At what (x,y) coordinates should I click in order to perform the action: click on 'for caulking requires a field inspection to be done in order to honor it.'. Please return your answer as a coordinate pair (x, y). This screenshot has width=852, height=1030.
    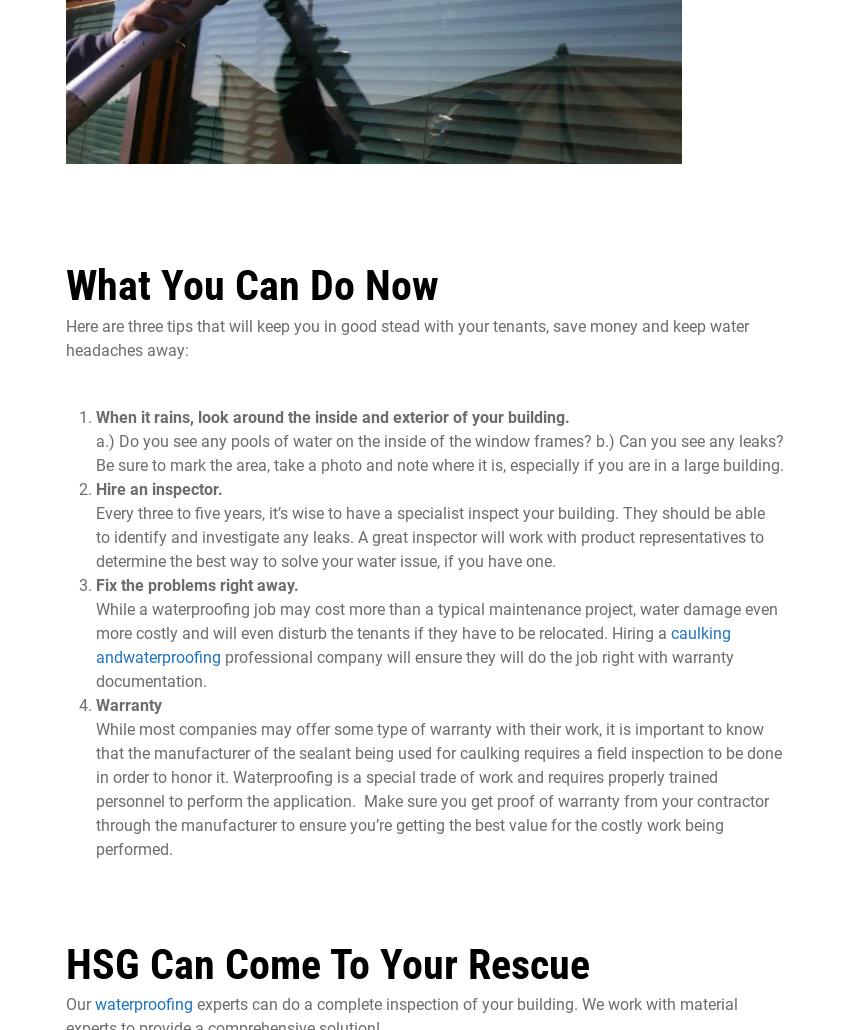
    Looking at the image, I should click on (438, 764).